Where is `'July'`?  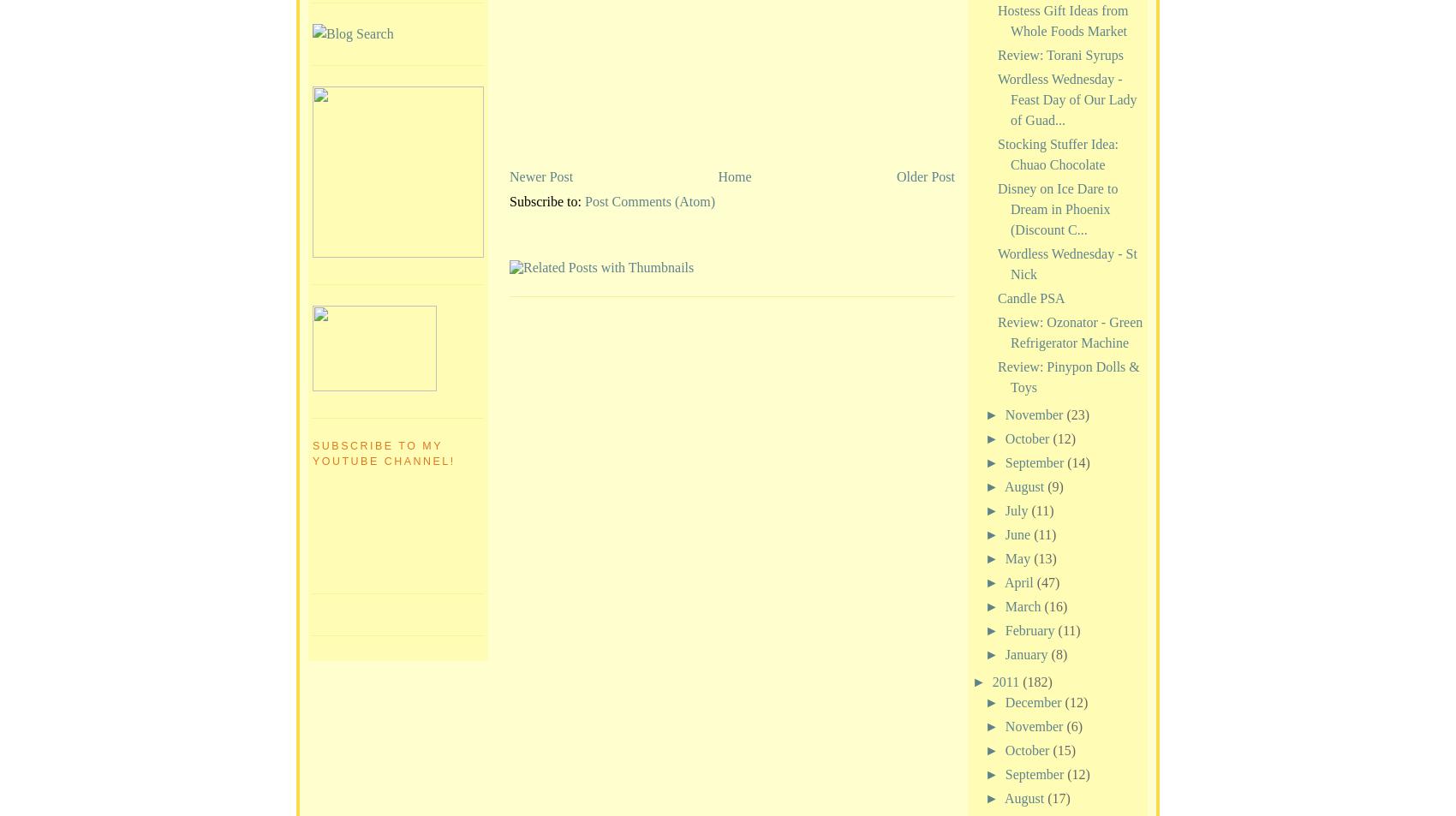
'July' is located at coordinates (1017, 509).